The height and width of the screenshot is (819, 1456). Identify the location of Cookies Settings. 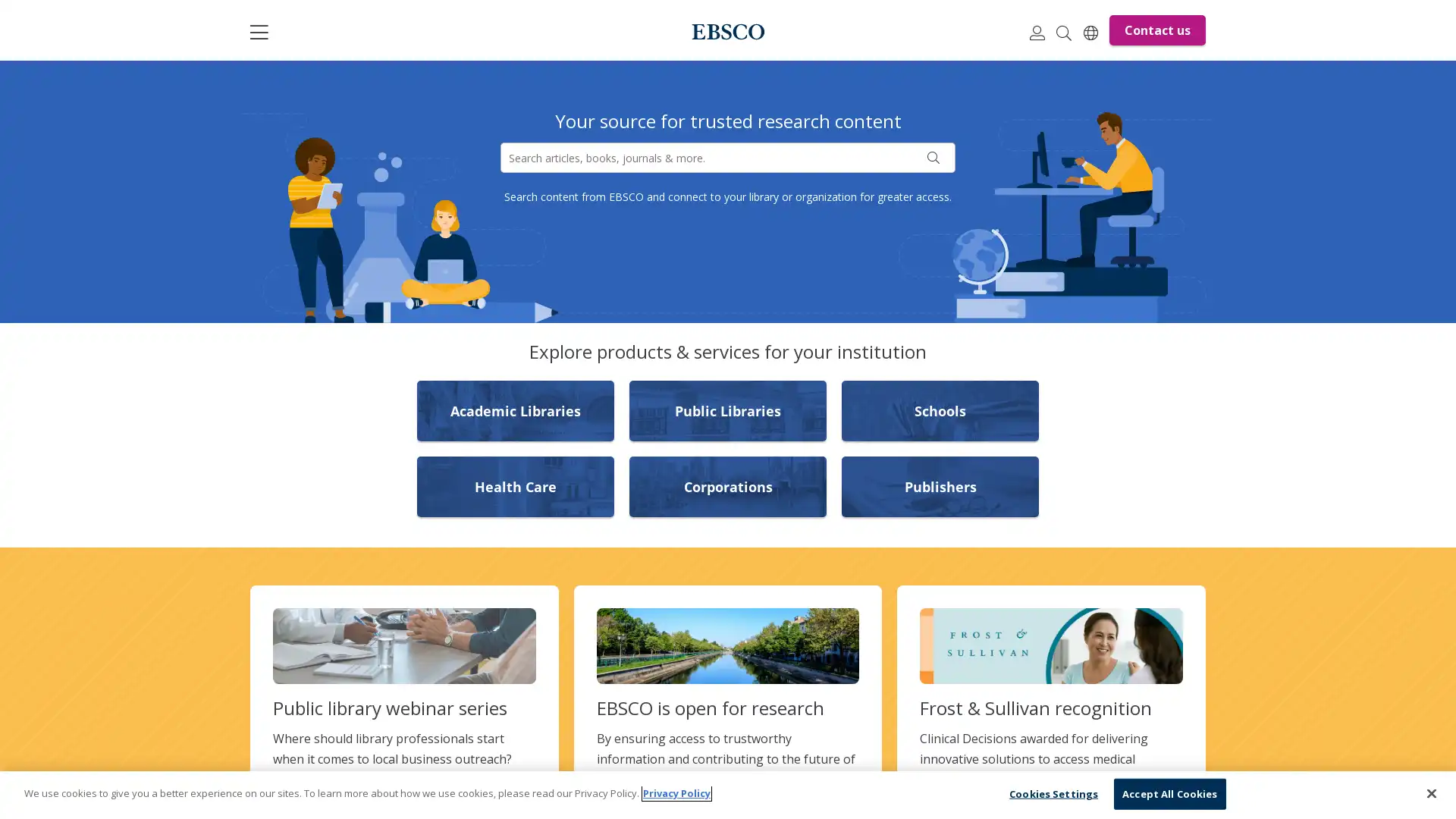
(1053, 792).